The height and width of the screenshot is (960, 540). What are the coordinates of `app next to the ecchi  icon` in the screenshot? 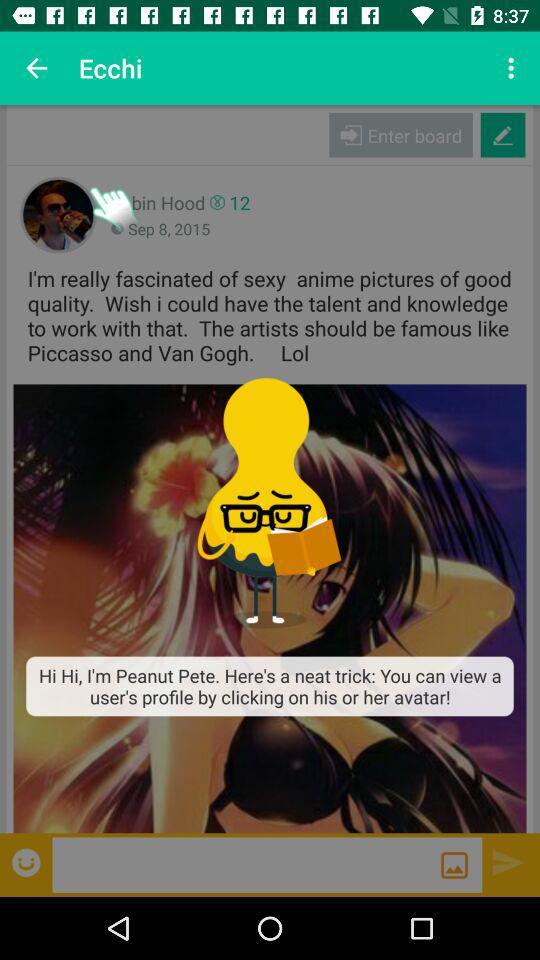 It's located at (513, 68).